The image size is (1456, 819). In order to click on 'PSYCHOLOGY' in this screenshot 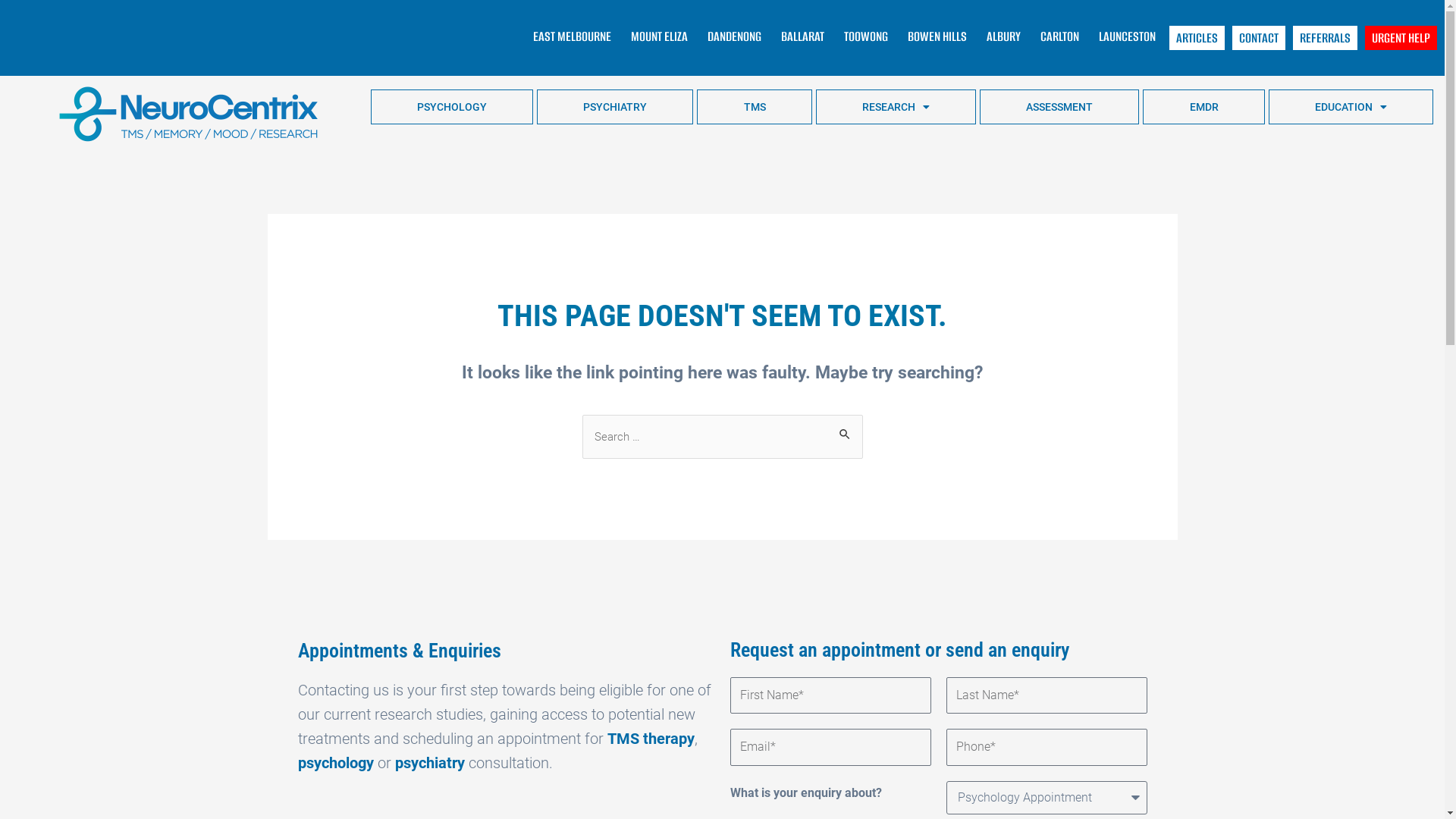, I will do `click(450, 106)`.